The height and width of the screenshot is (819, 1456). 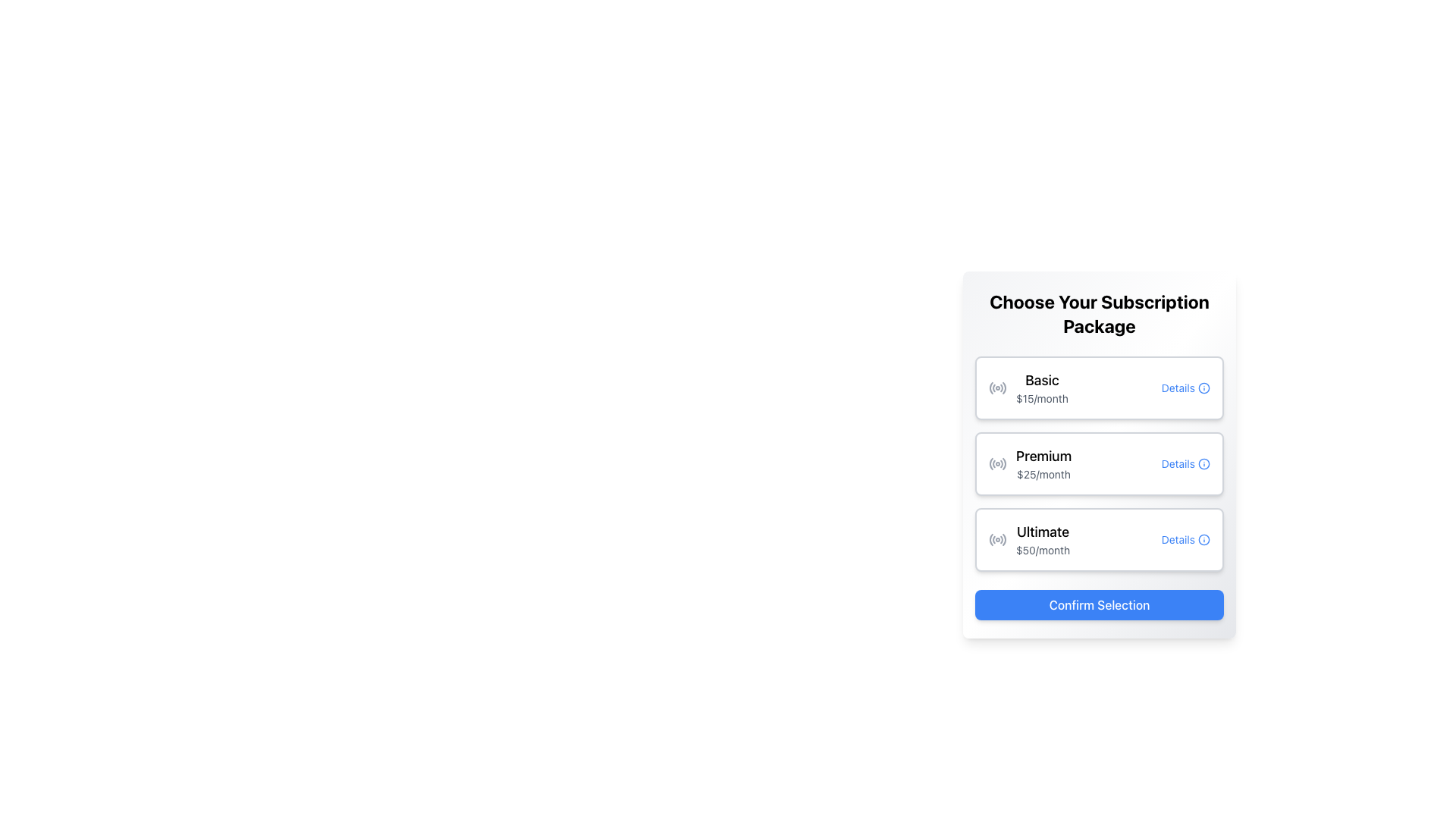 What do you see at coordinates (1042, 550) in the screenshot?
I see `the Text Label that displays the pricing information for the 'Ultimate' subscription plan, located under the title 'Ultimate'` at bounding box center [1042, 550].